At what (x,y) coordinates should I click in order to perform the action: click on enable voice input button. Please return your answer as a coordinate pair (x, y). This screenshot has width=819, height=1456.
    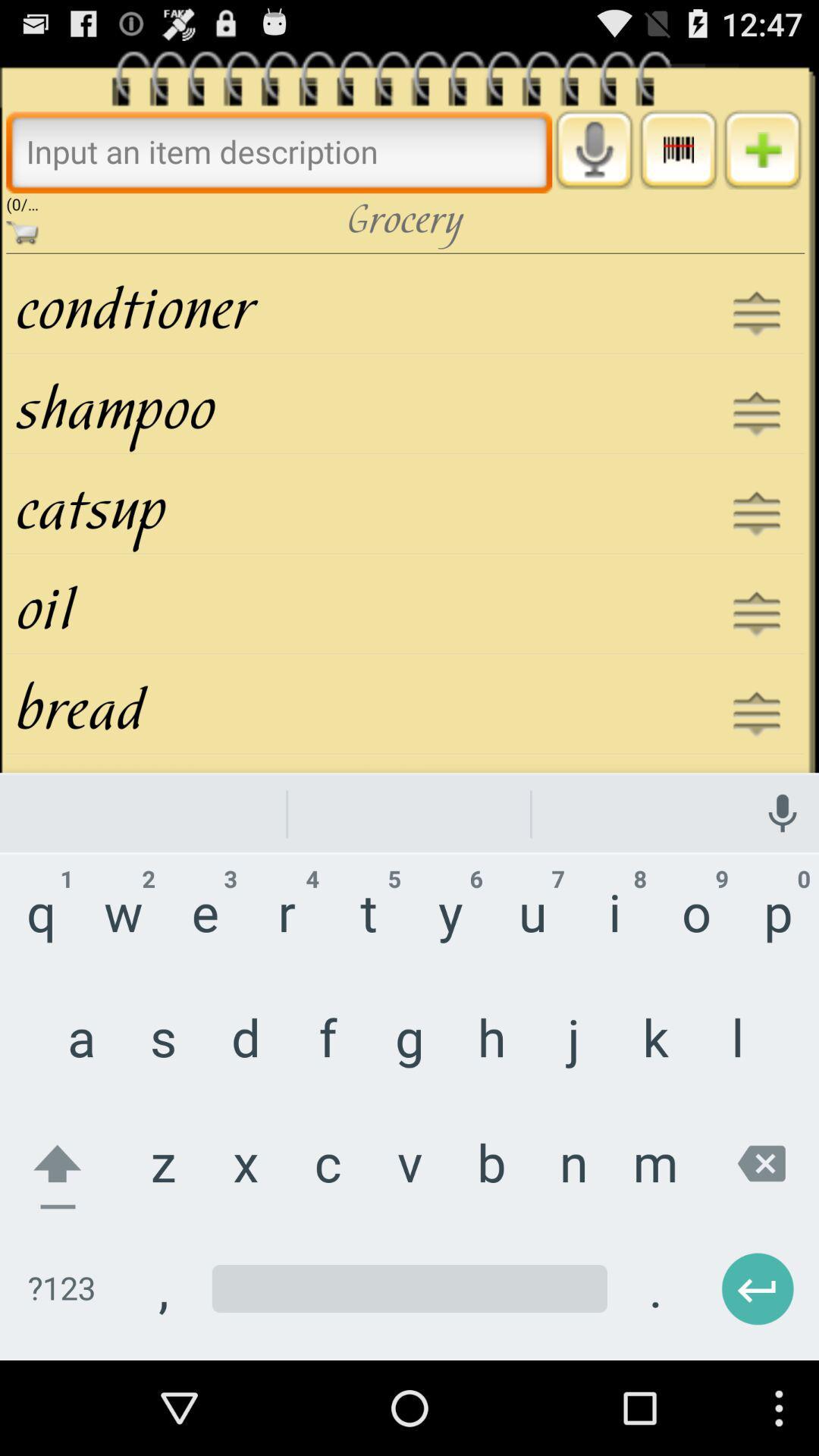
    Looking at the image, I should click on (593, 149).